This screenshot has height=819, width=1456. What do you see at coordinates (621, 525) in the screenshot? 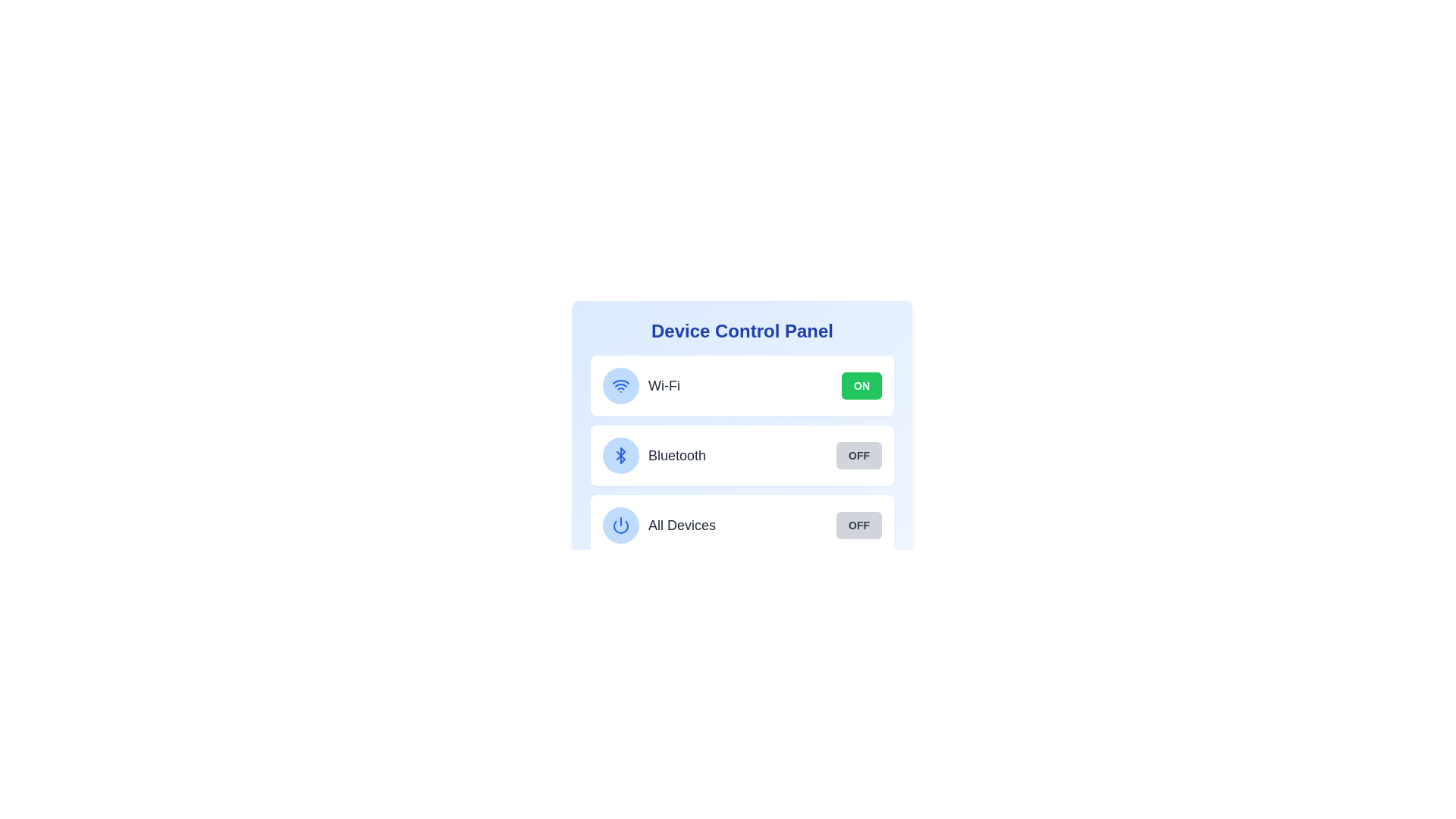
I see `the power icon representing the 'All Devices' functionality in the 'Device Control Panel' interface` at bounding box center [621, 525].